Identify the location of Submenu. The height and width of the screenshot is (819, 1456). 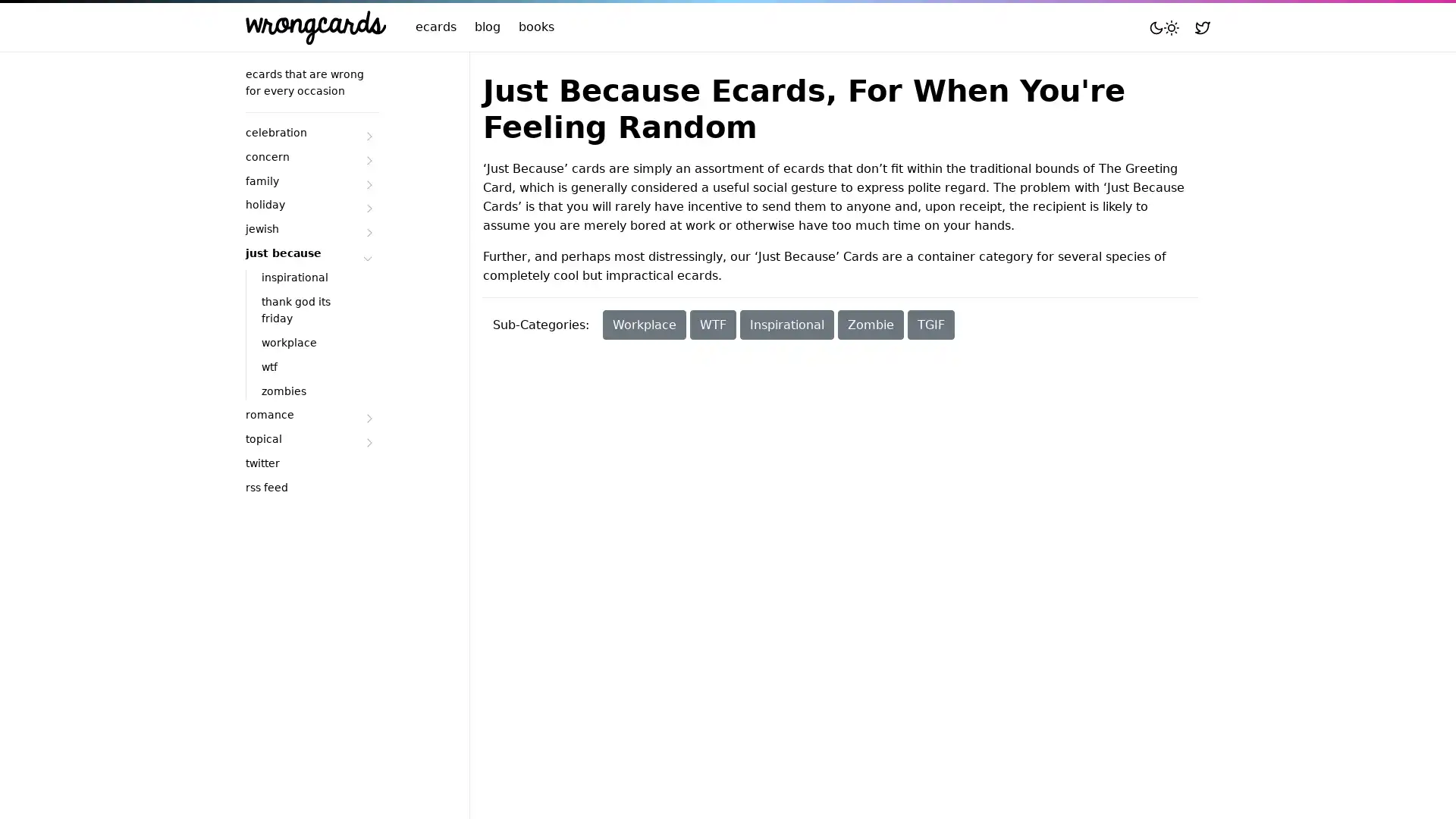
(367, 208).